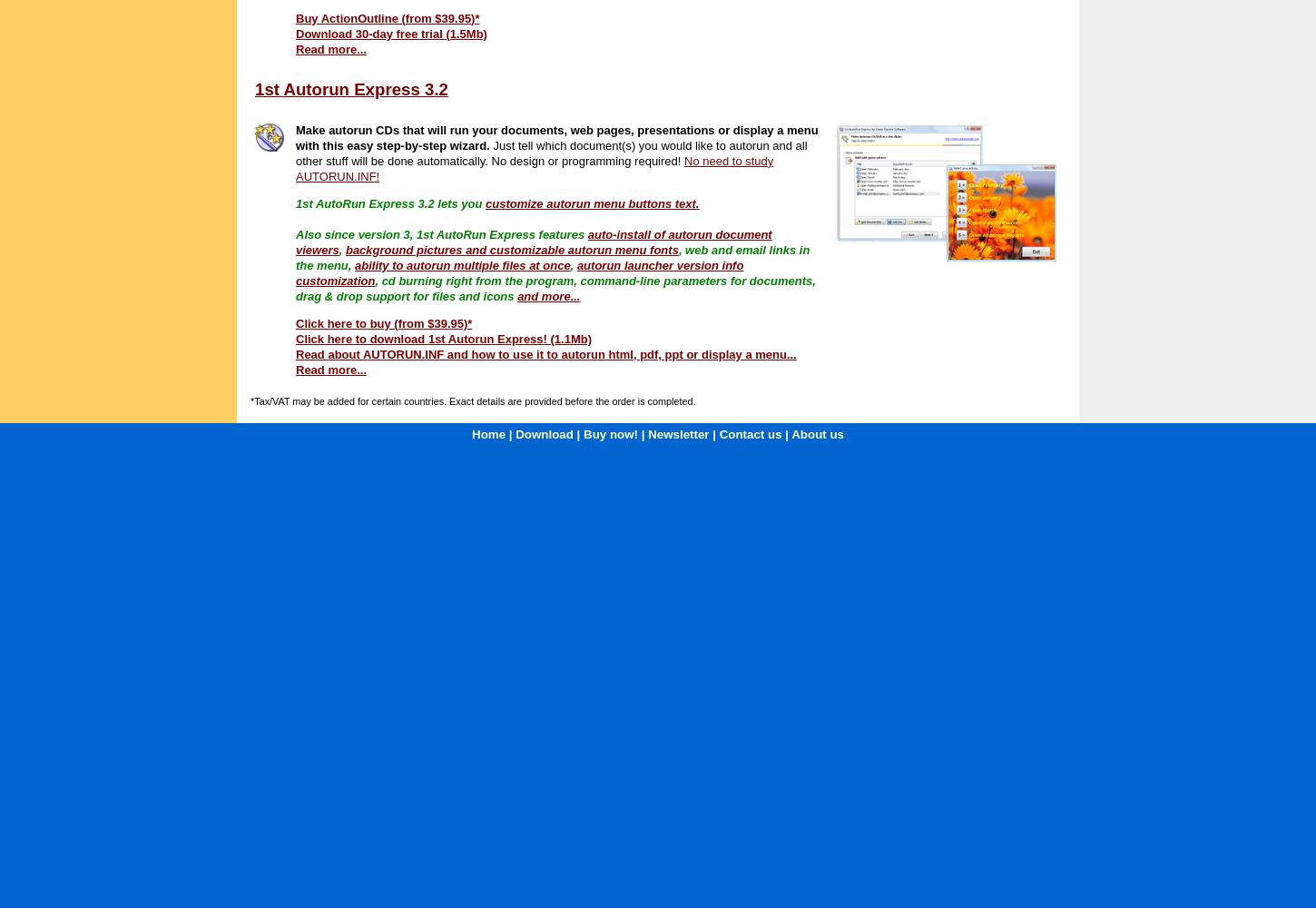 The height and width of the screenshot is (908, 1316). I want to click on 'autorun launcher version info customization', so click(519, 272).